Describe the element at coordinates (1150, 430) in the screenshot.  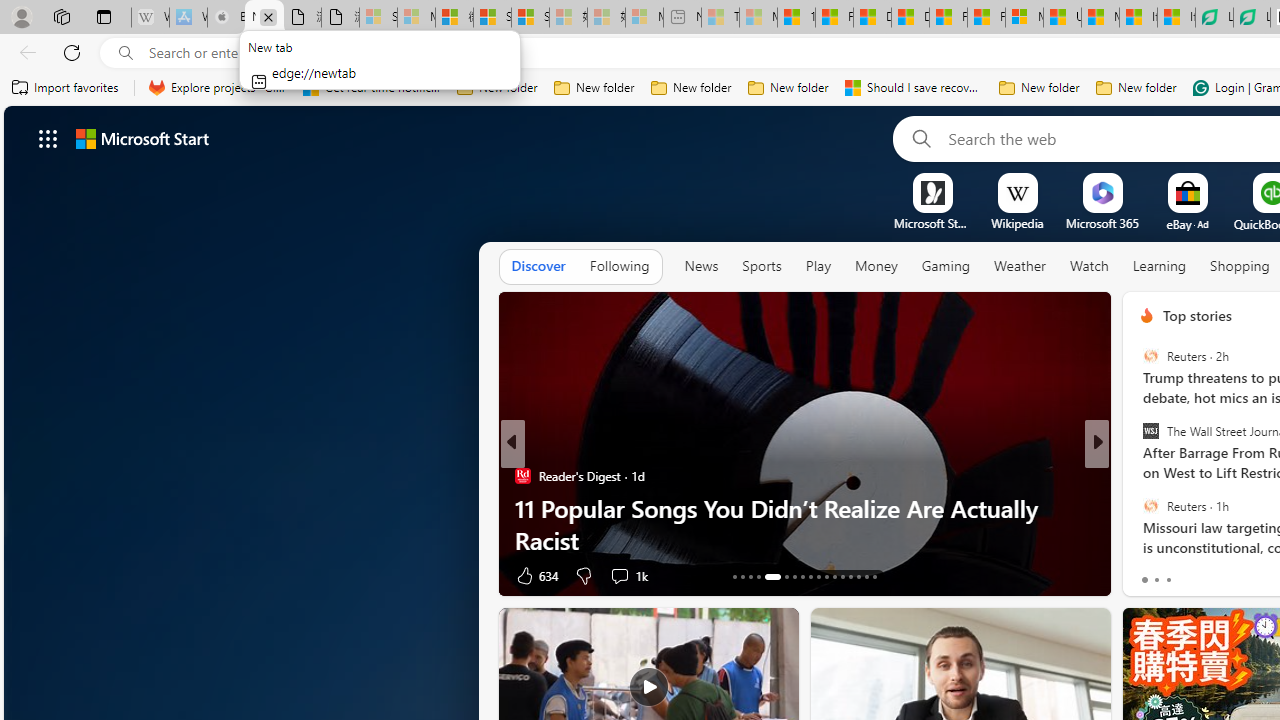
I see `'The Wall Street Journal'` at that location.